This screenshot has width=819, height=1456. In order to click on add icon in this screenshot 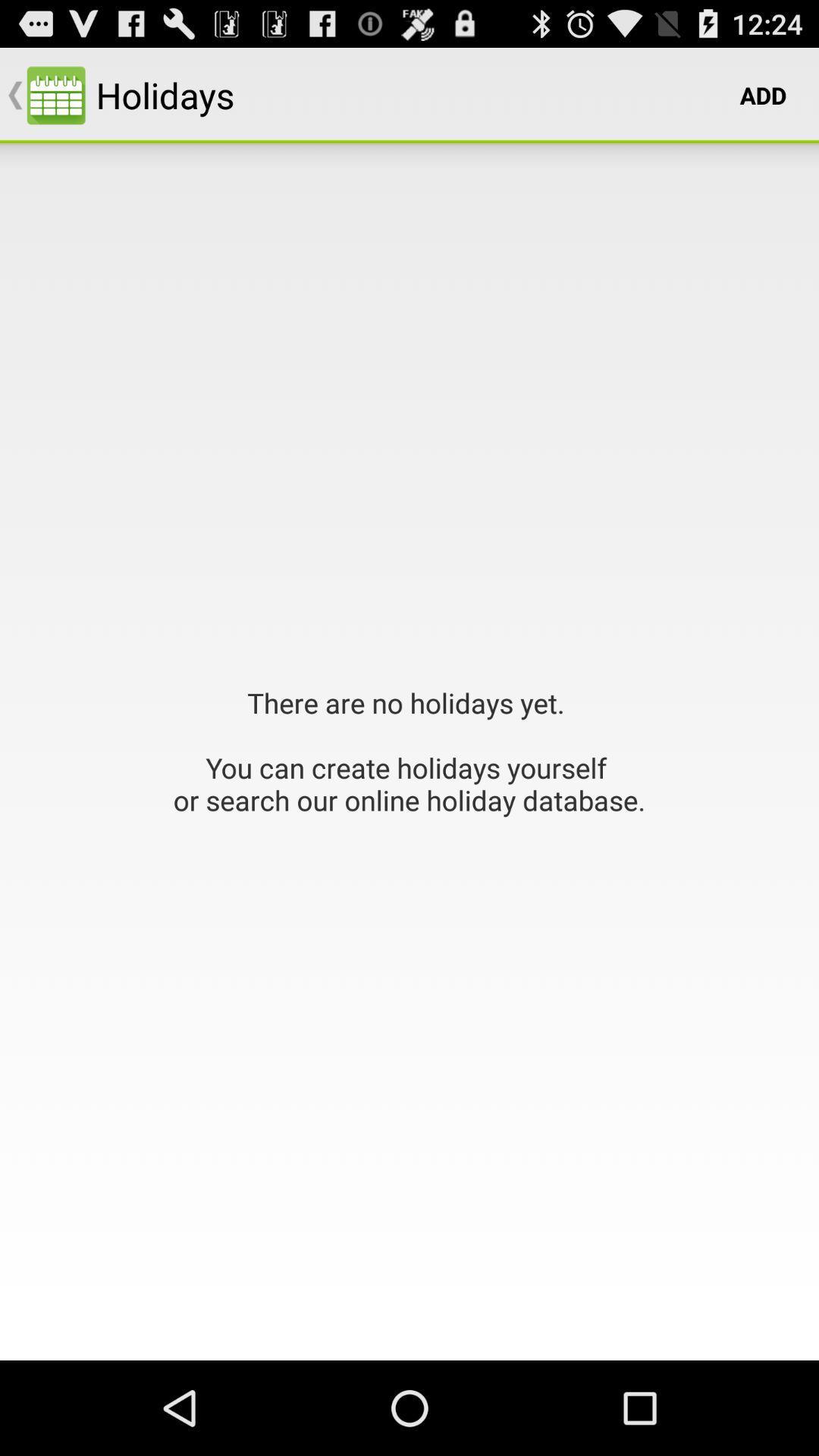, I will do `click(763, 94)`.